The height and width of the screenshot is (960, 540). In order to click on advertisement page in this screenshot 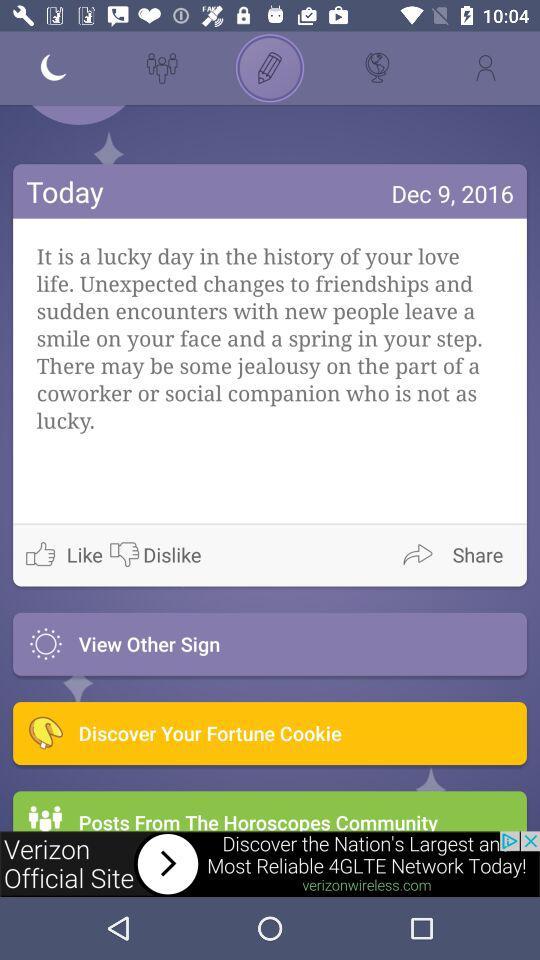, I will do `click(270, 863)`.